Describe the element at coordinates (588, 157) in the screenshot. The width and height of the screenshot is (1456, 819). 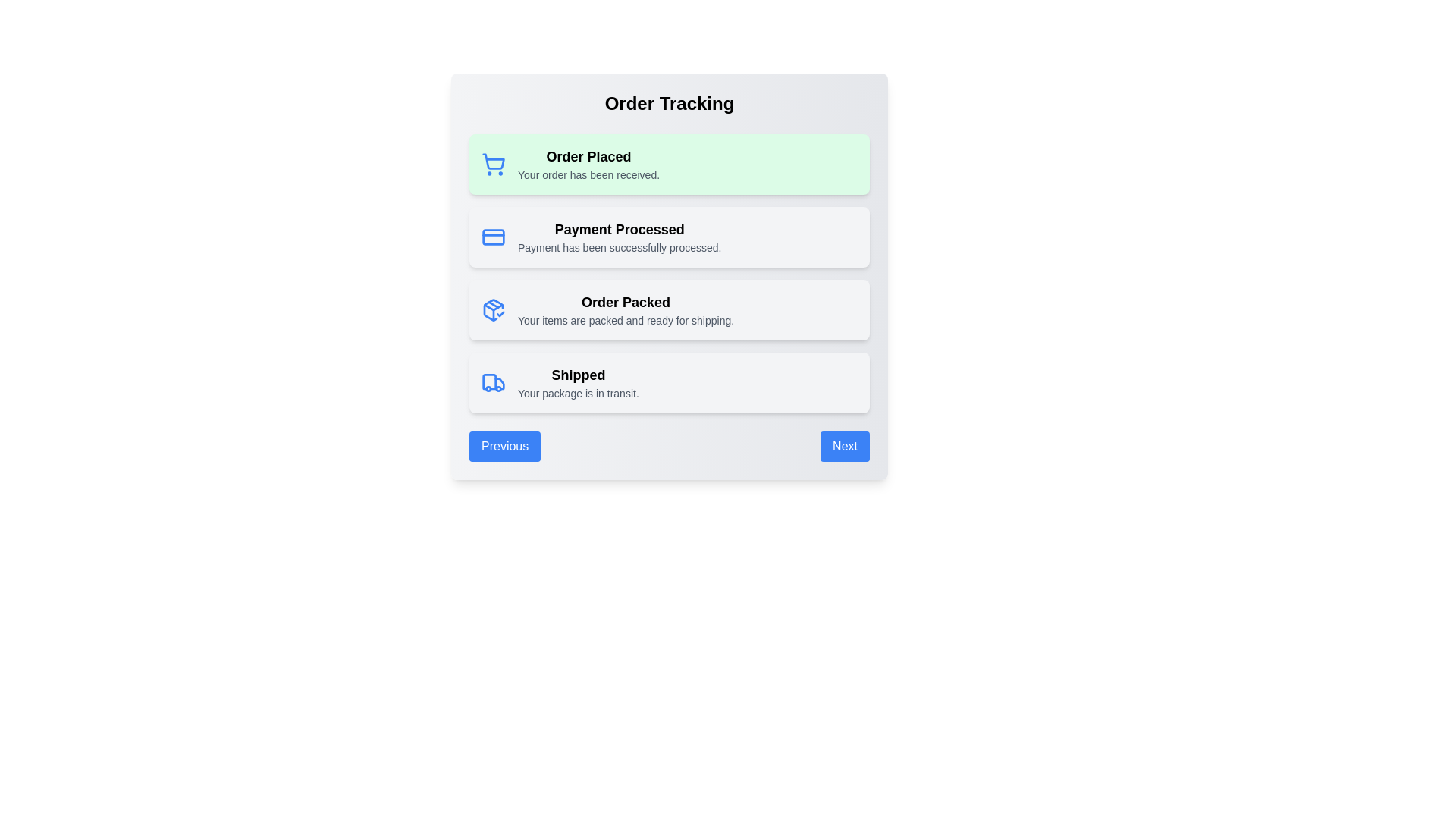
I see `the 'Order Placed' text label, which is displayed in a bold font within a green rectangular area in the order tracking interface` at that location.